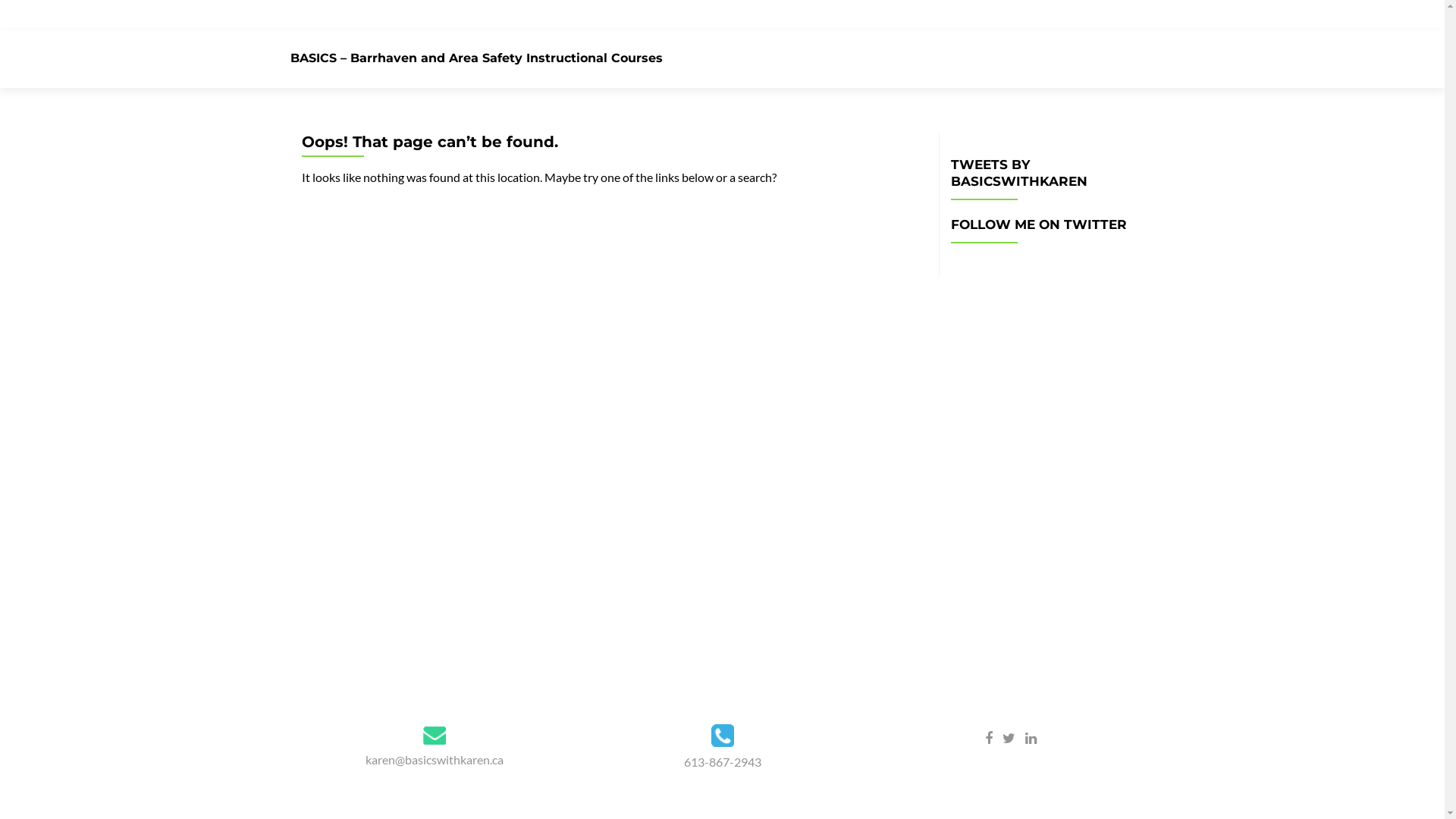 The image size is (1456, 819). I want to click on 'Facebook link', so click(984, 736).